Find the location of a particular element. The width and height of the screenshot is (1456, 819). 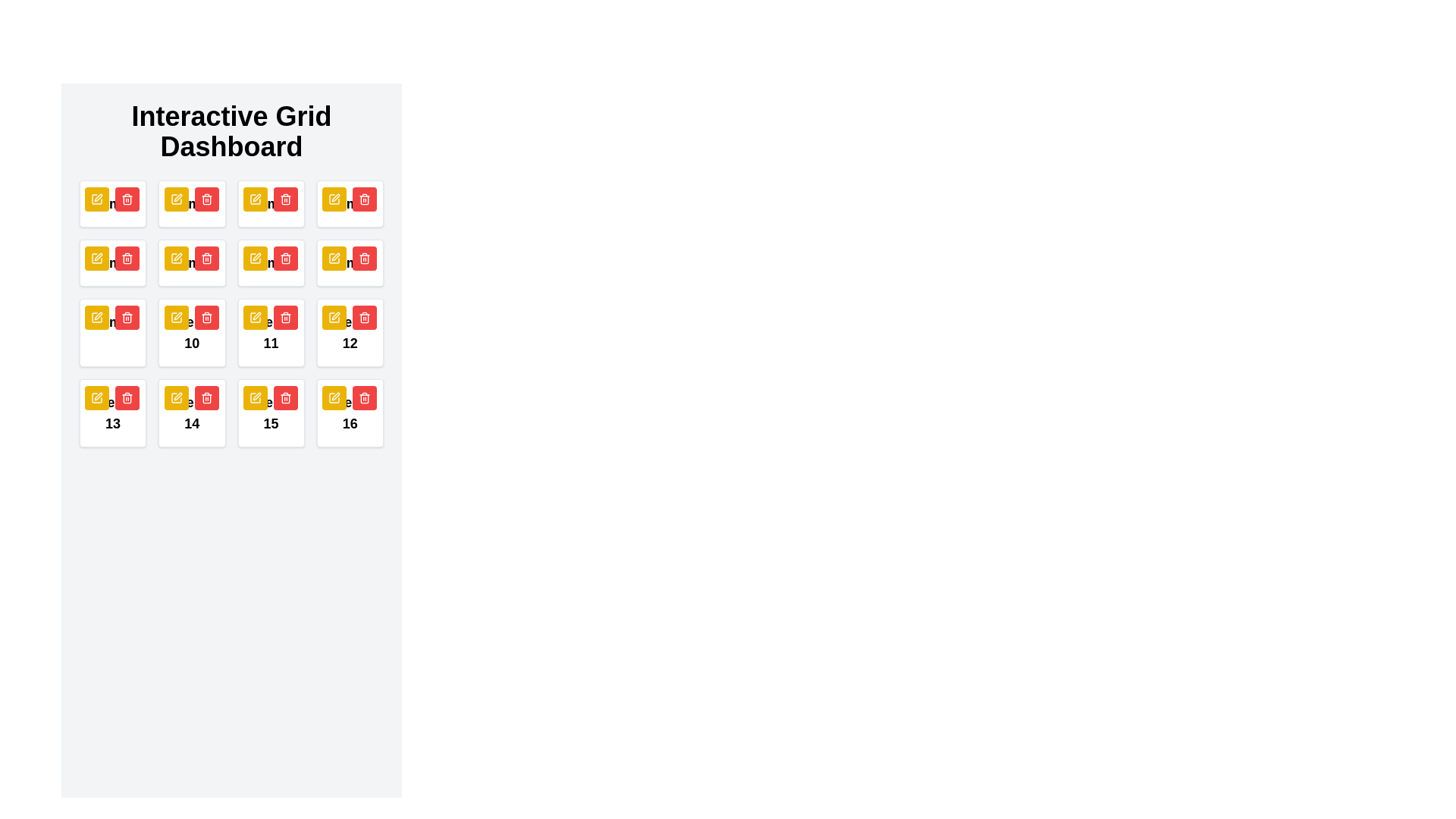

the interactive card component labeled 'Item 15' is located at coordinates (271, 413).